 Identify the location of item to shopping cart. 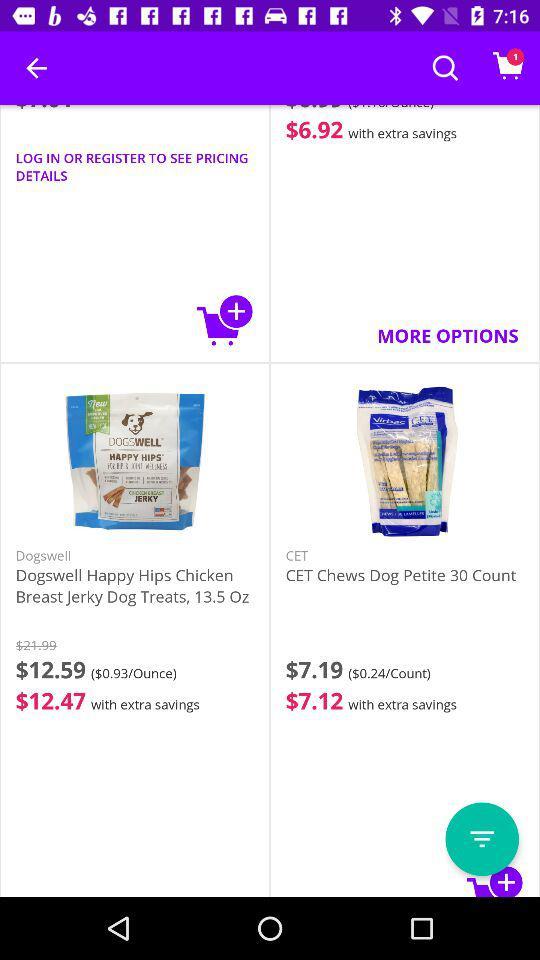
(224, 320).